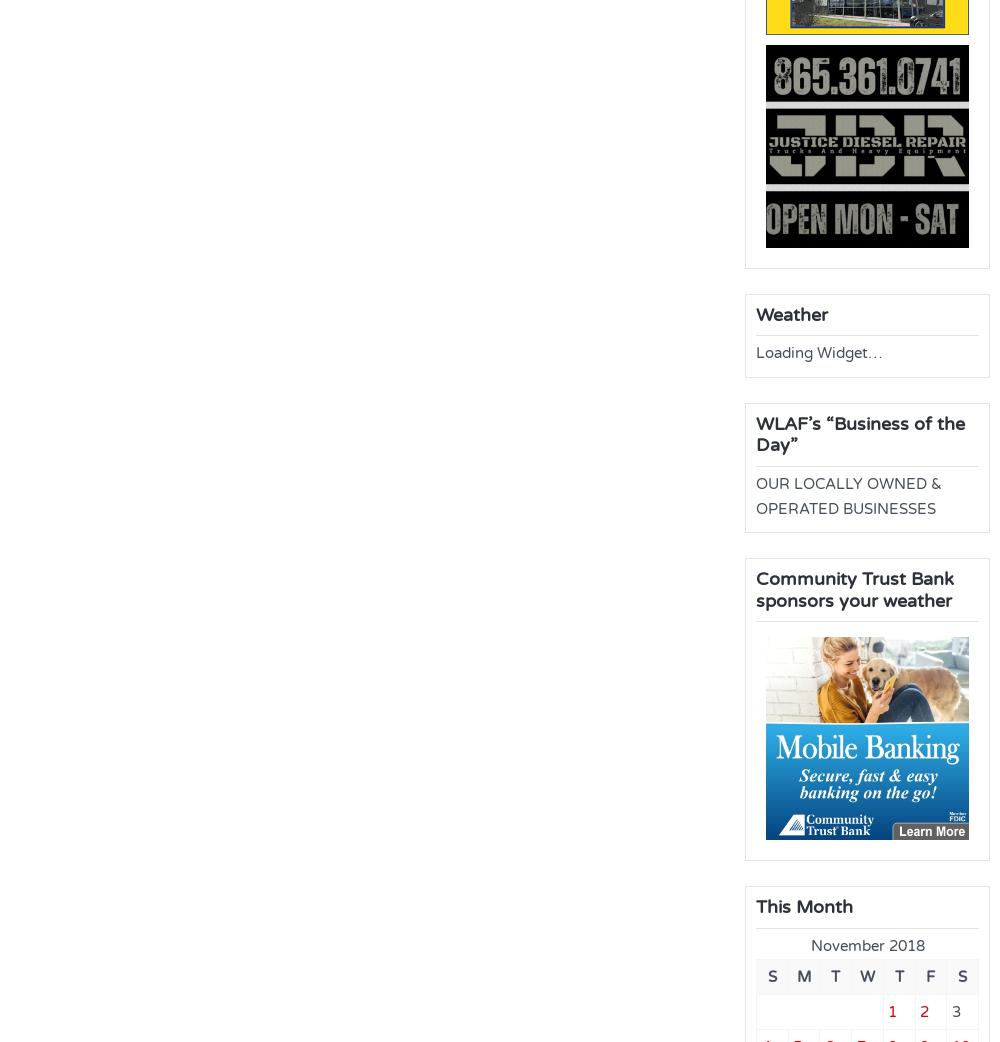 This screenshot has width=1000, height=1042. Describe the element at coordinates (954, 1010) in the screenshot. I see `'3'` at that location.